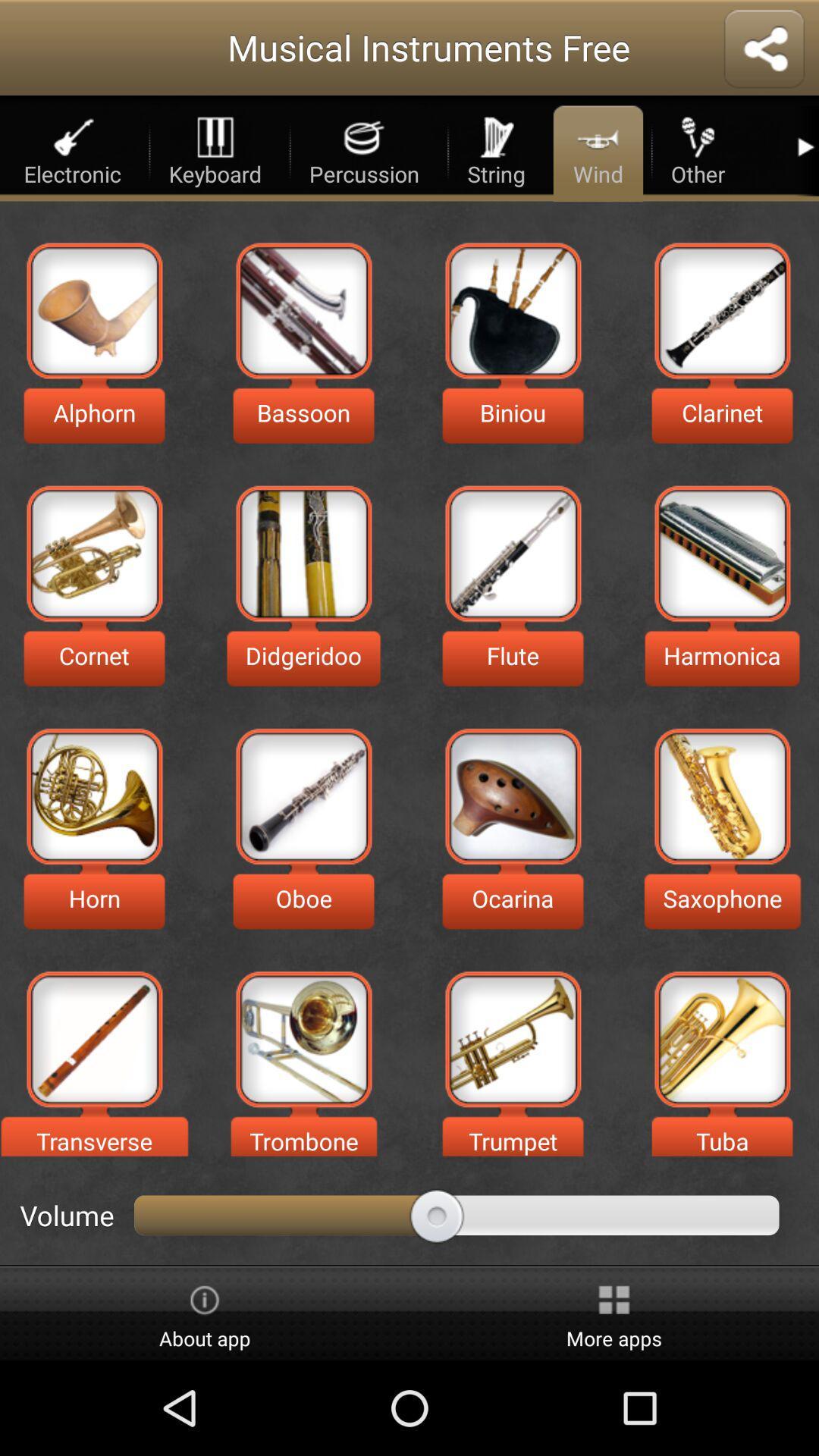  Describe the element at coordinates (303, 1038) in the screenshot. I see `choose the selection` at that location.